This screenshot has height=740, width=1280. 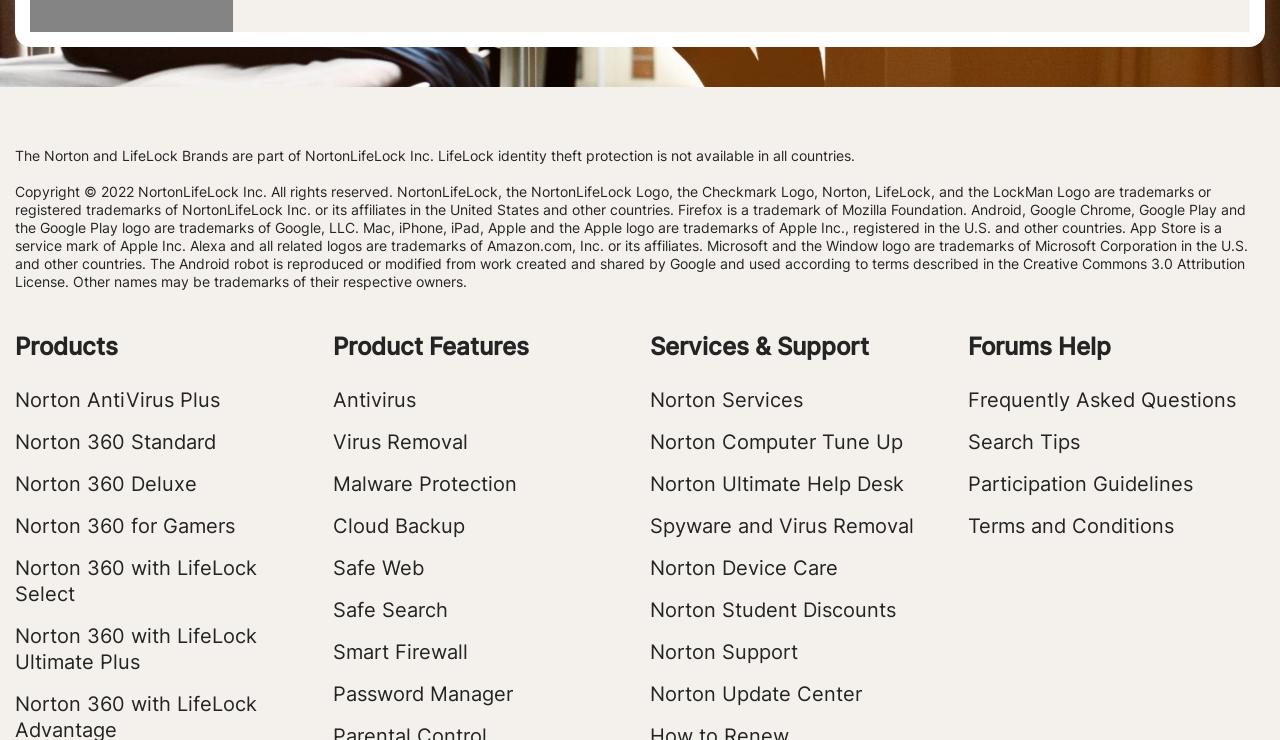 What do you see at coordinates (743, 567) in the screenshot?
I see `'Norton Device Care'` at bounding box center [743, 567].